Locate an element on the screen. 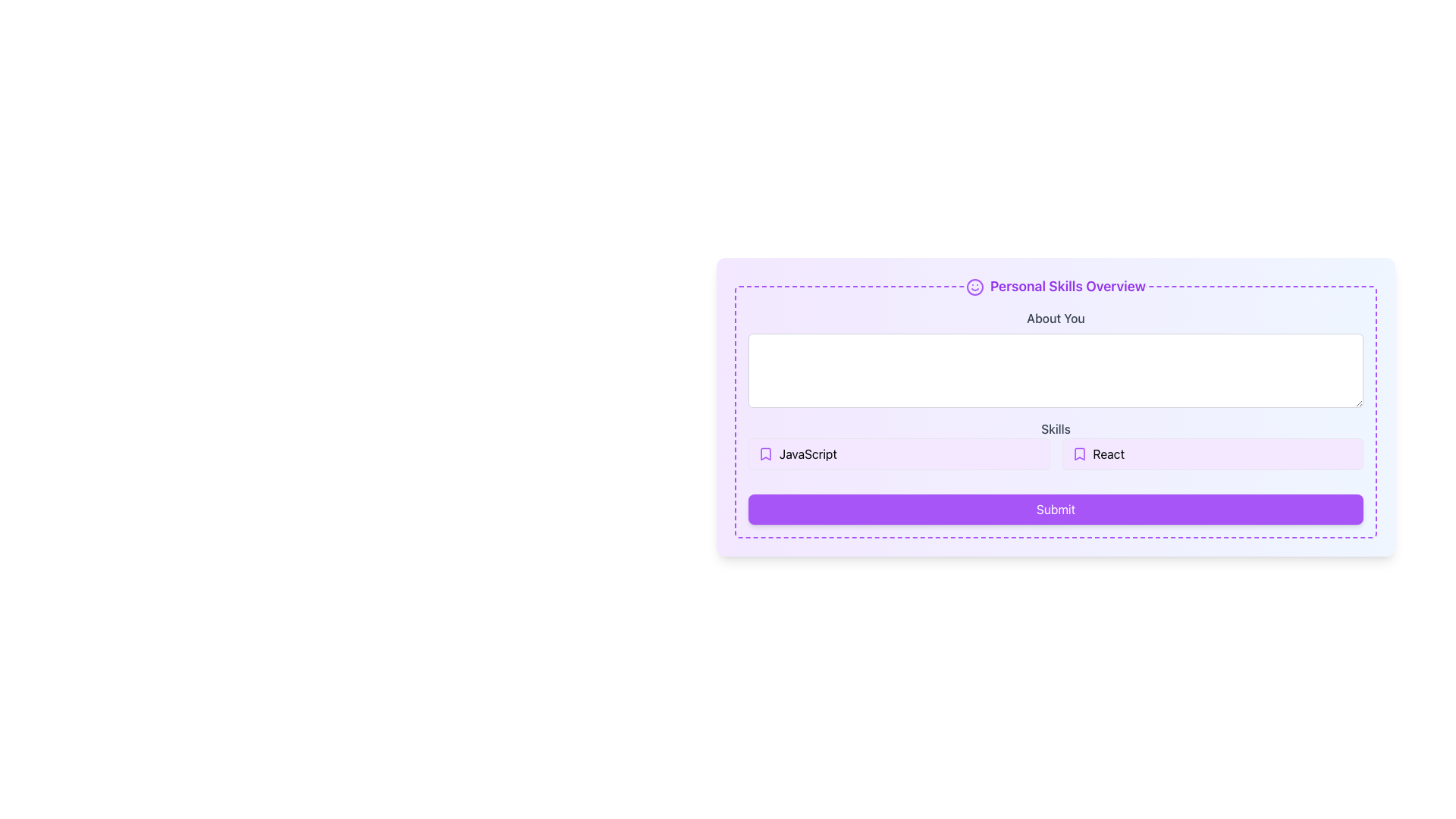 The image size is (1456, 819). the static text label that serves as the title for the 'About You' section, which is centrally located above the multiline text area is located at coordinates (1055, 318).